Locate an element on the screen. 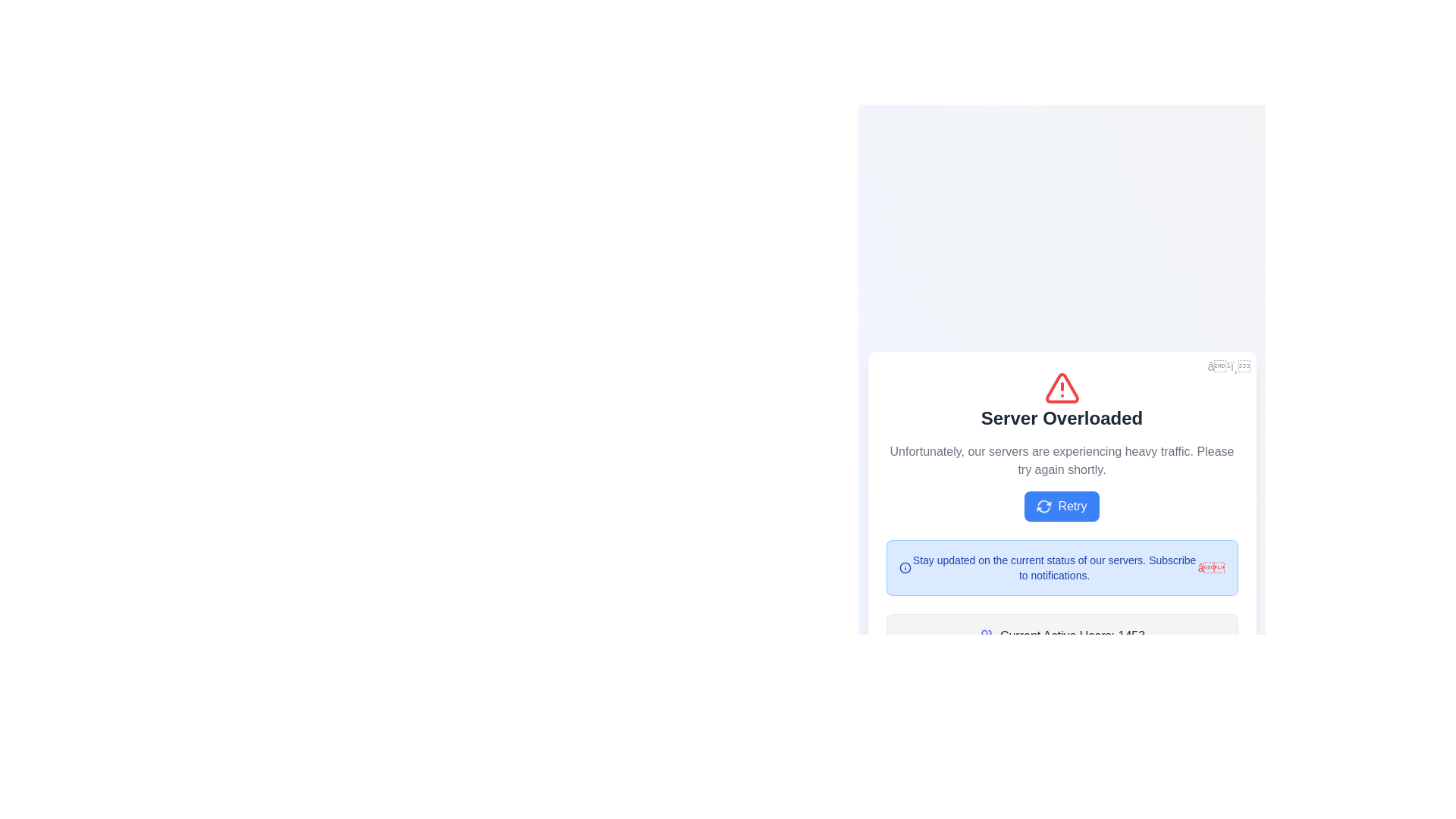 This screenshot has width=1456, height=819. displayed text 'Server Overloaded' which is prominently shown in bold, large-sized serif font in dark gray is located at coordinates (1061, 418).